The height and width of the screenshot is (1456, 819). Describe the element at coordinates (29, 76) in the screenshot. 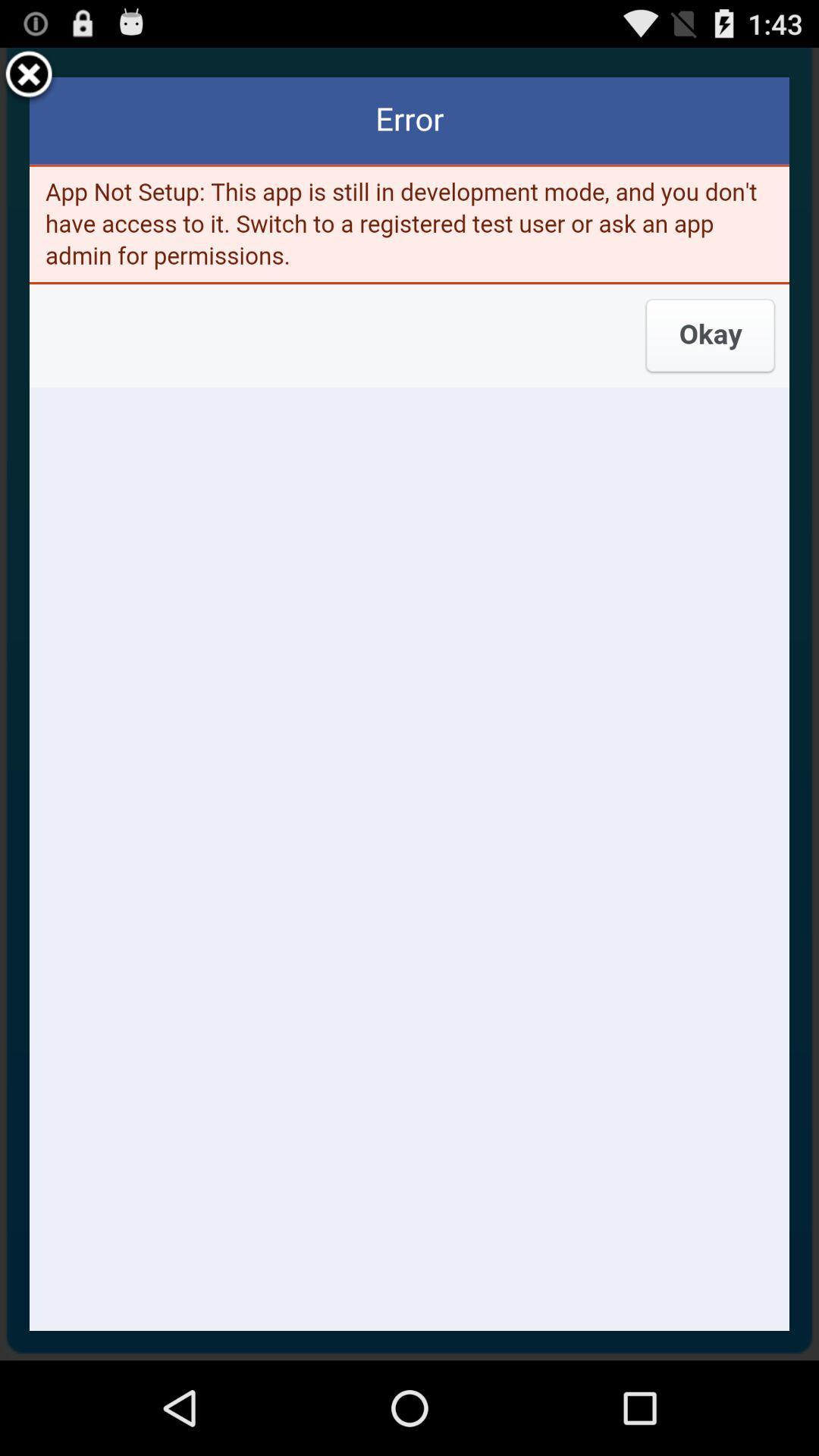

I see `window` at that location.